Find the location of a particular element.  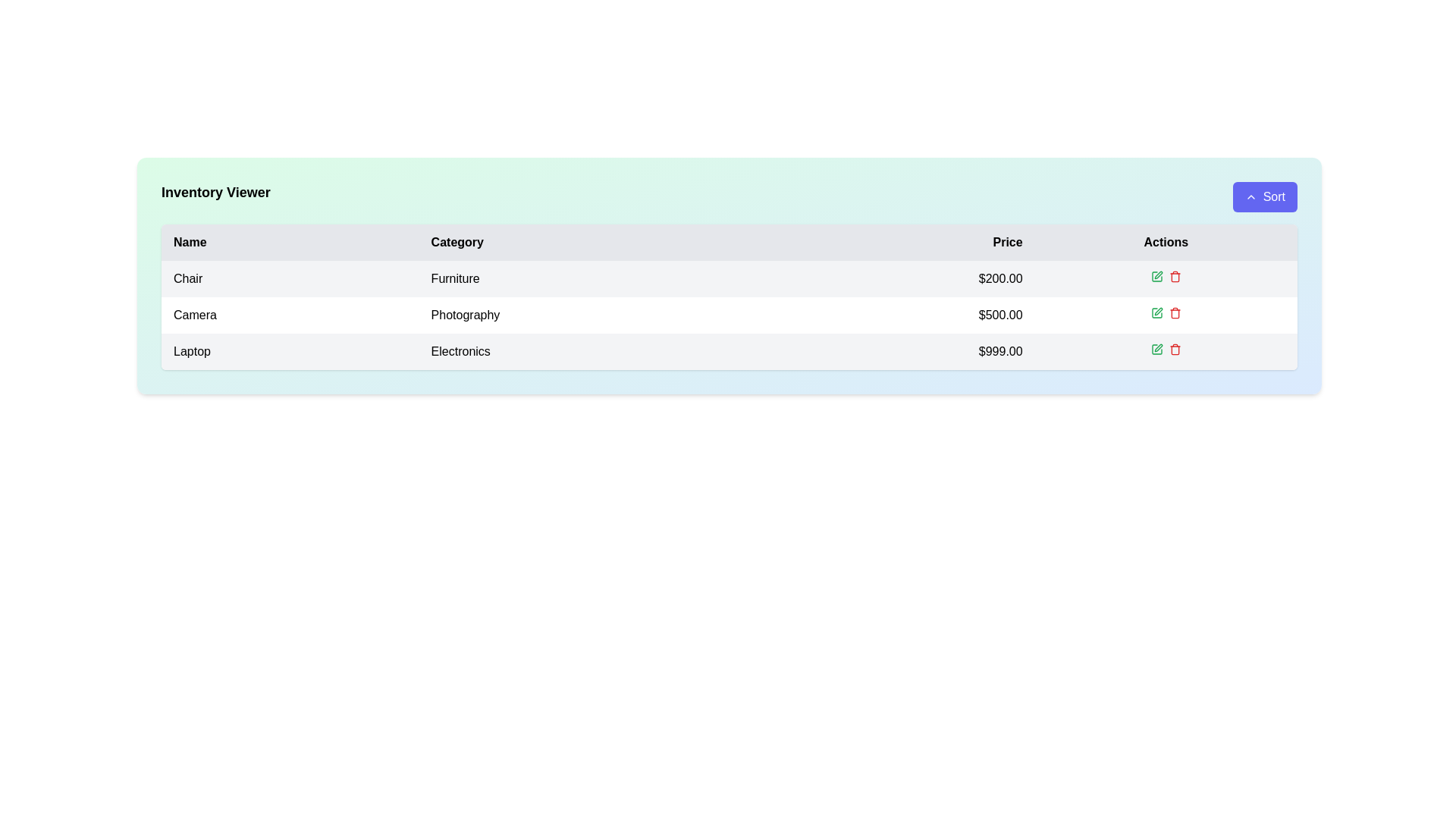

the sorting button located in the top-right corner of the 'Inventory Viewer' section is located at coordinates (1265, 196).